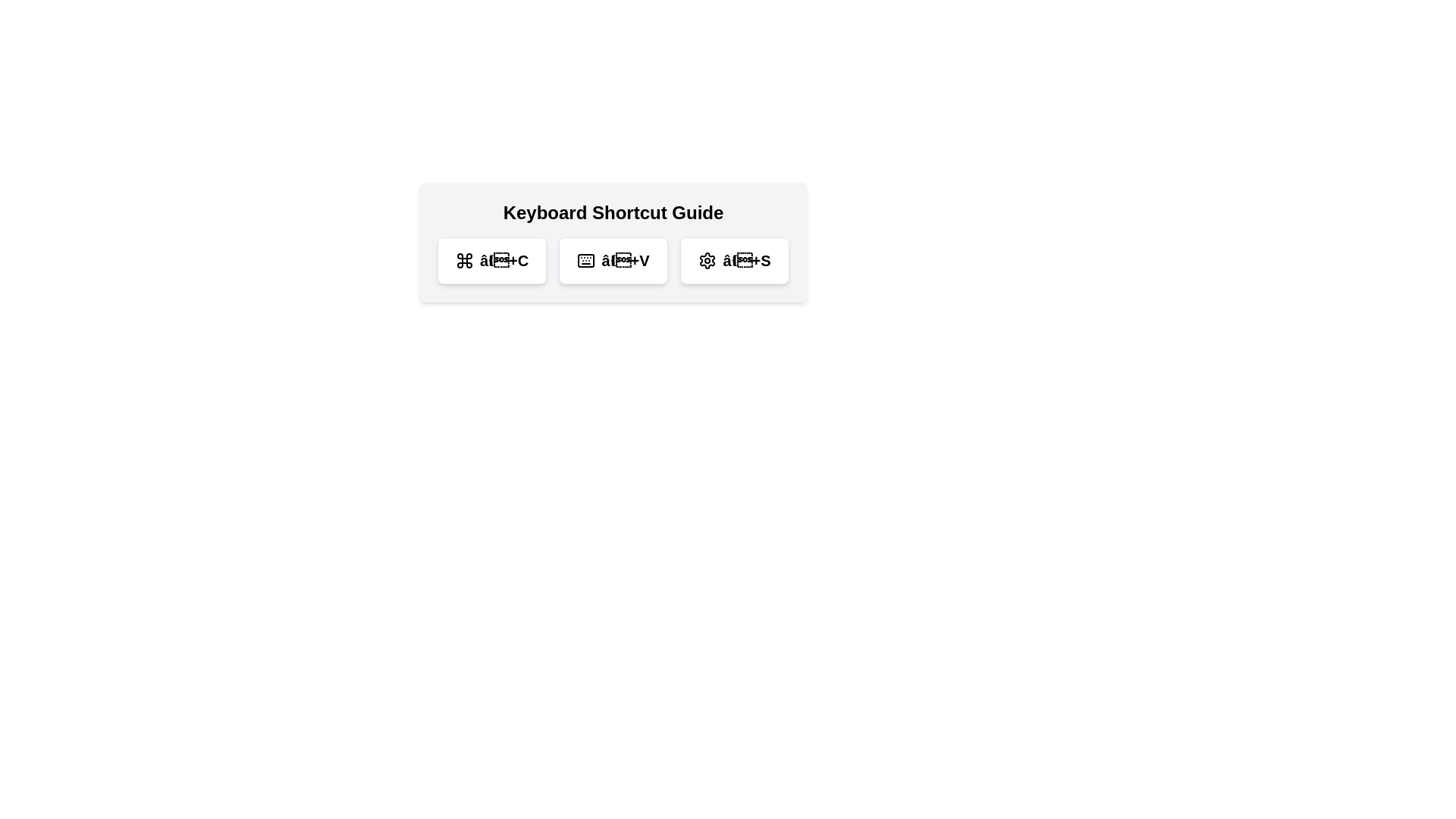  Describe the element at coordinates (707, 259) in the screenshot. I see `the decorative cogwheel icon at the bottom-right of the shortcut guides section to highlight or select it` at that location.